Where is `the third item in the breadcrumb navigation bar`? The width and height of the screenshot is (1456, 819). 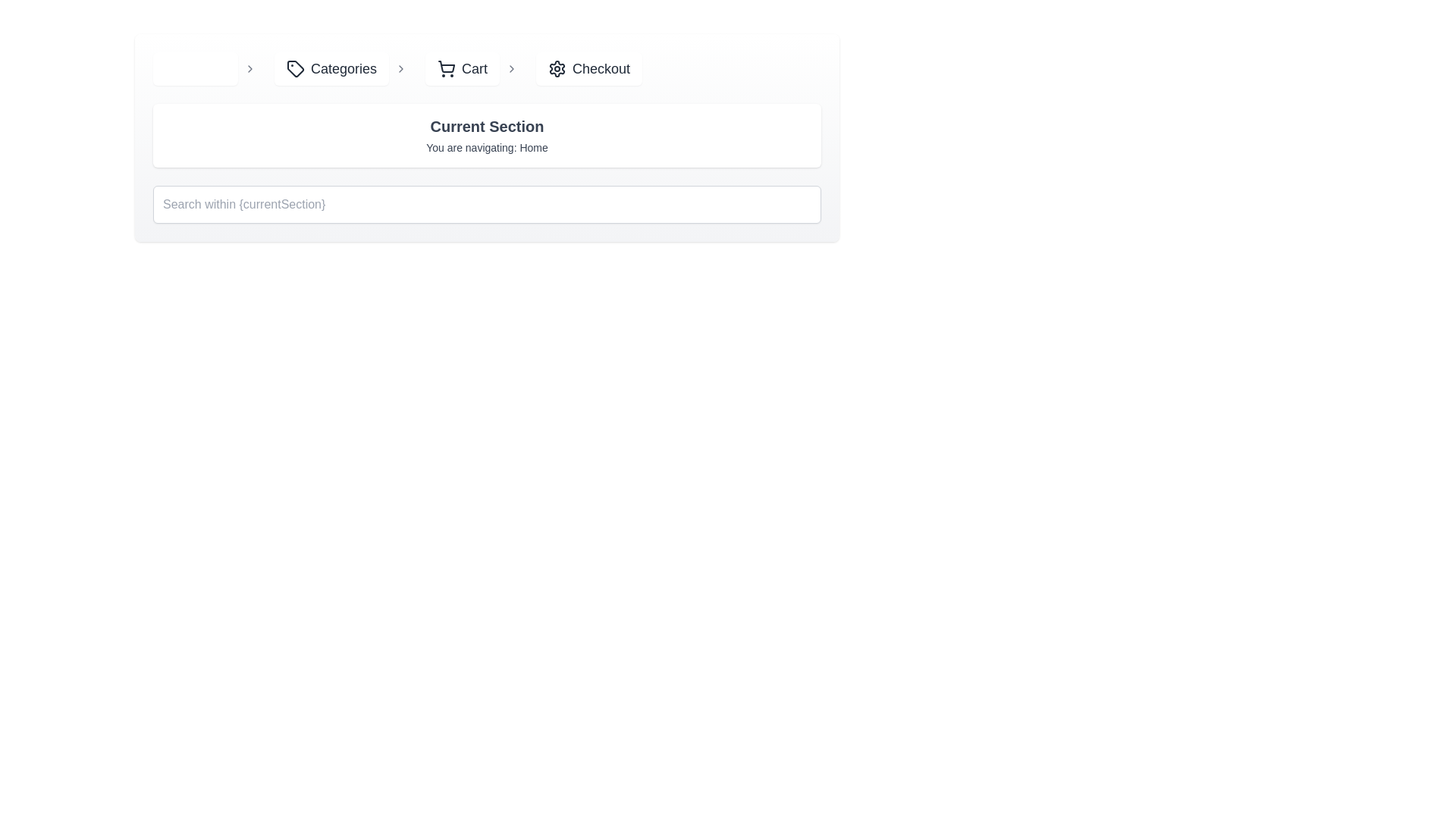 the third item in the breadcrumb navigation bar is located at coordinates (474, 69).